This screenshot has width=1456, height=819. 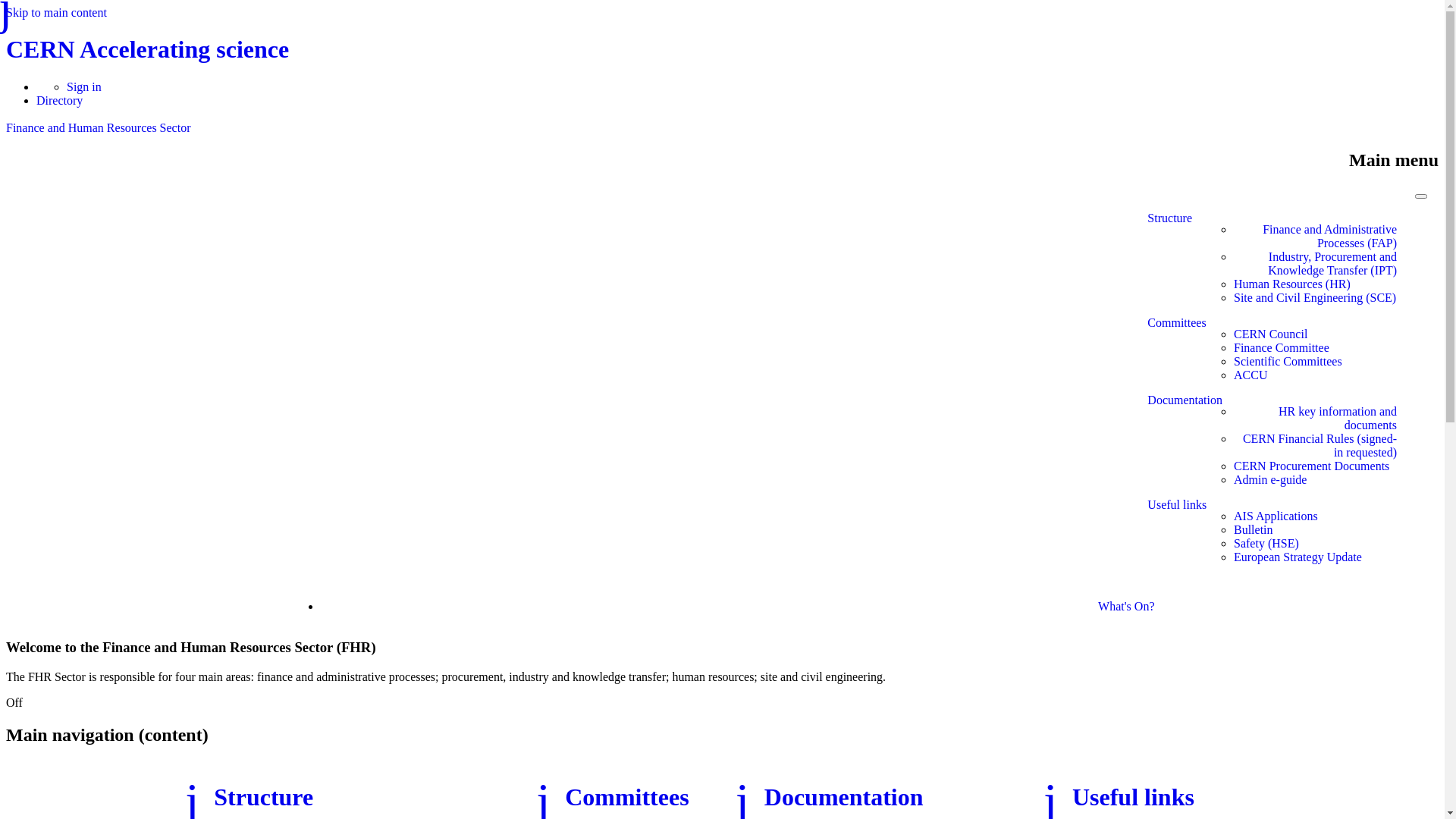 I want to click on 'Committees', so click(x=626, y=795).